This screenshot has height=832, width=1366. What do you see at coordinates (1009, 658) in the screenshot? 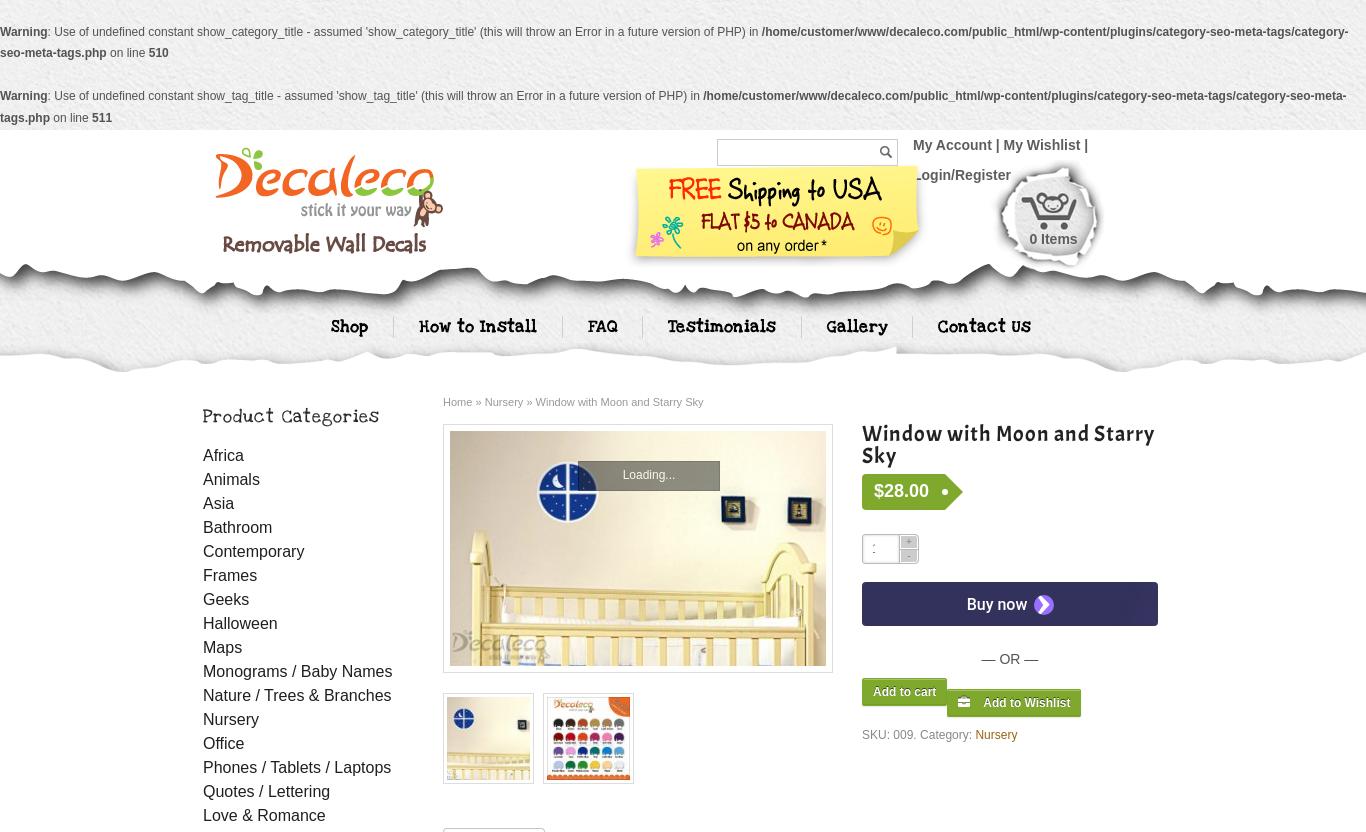
I see `'— OR —'` at bounding box center [1009, 658].